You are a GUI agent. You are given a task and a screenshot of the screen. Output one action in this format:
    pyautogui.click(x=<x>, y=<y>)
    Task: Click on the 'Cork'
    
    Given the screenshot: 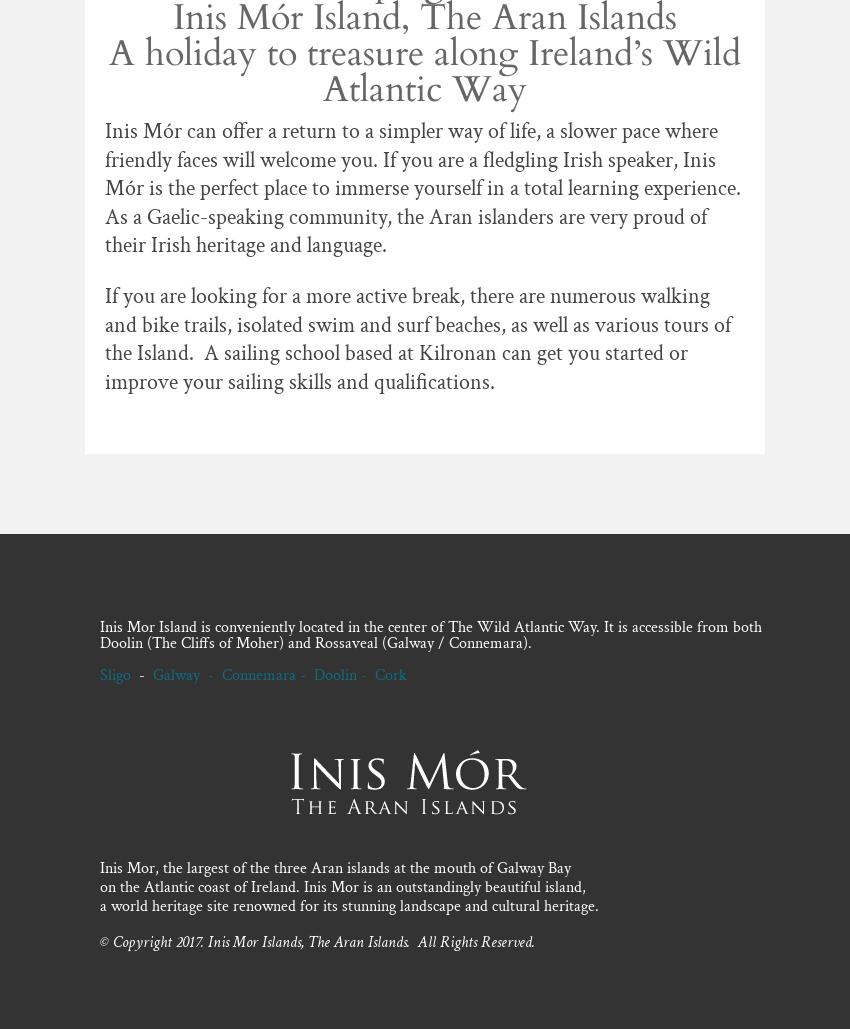 What is the action you would take?
    pyautogui.click(x=391, y=673)
    